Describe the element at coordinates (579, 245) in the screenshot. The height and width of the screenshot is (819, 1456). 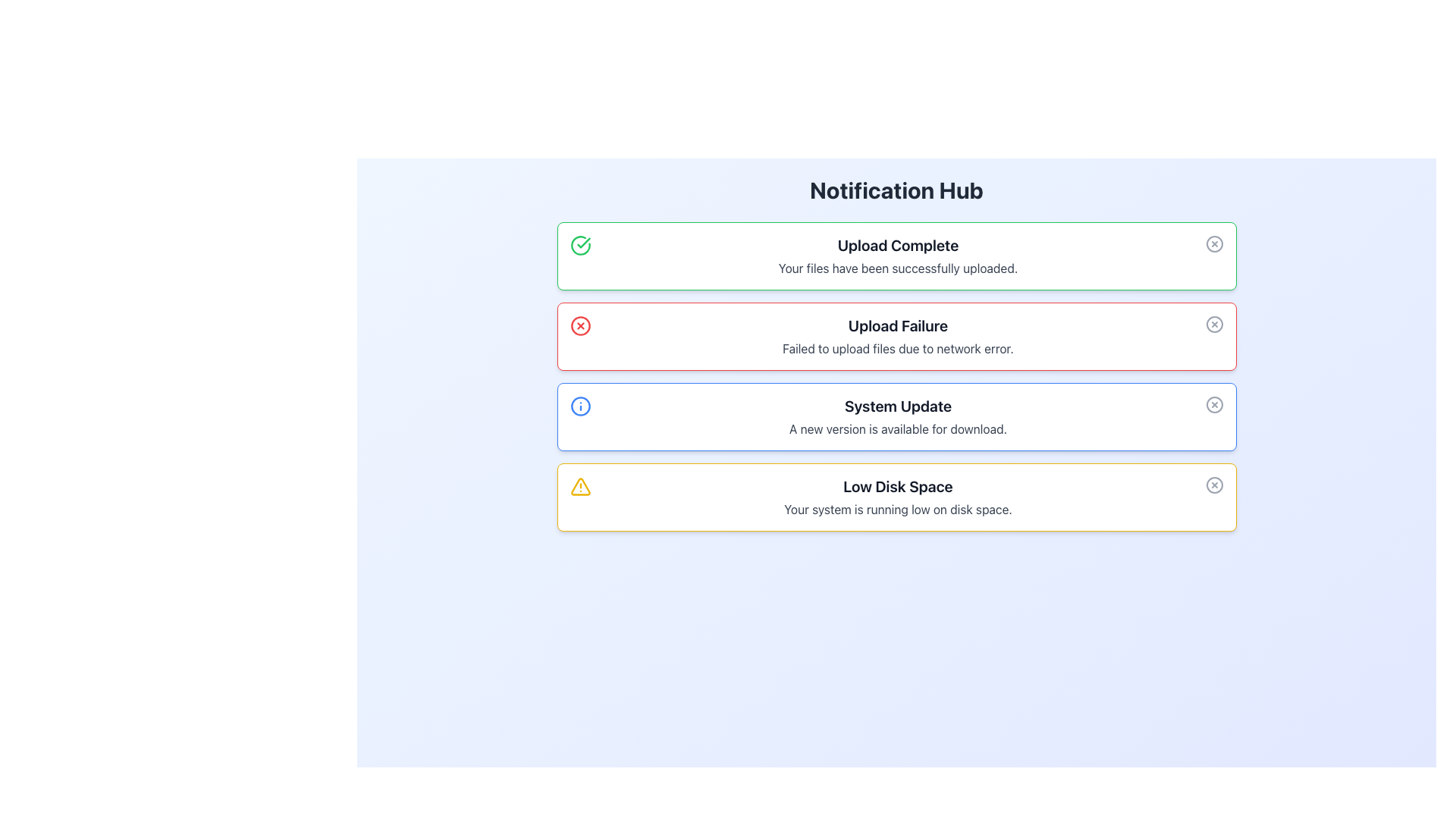
I see `the circular icon with a green border and a checkmark in the center, located at the top-left corner of the 'Upload Complete' card` at that location.